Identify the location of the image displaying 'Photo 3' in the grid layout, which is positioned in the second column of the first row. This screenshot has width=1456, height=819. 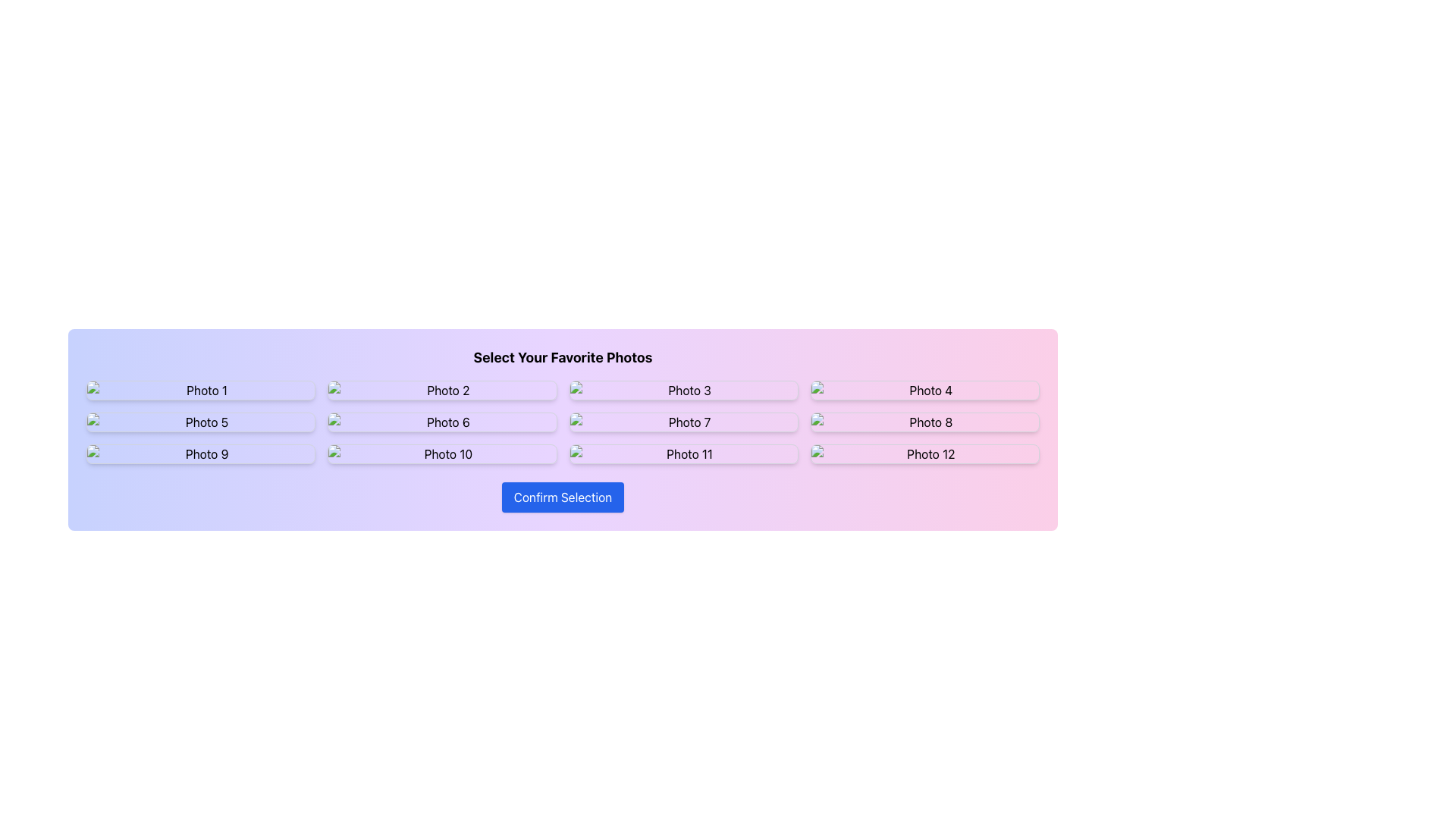
(682, 390).